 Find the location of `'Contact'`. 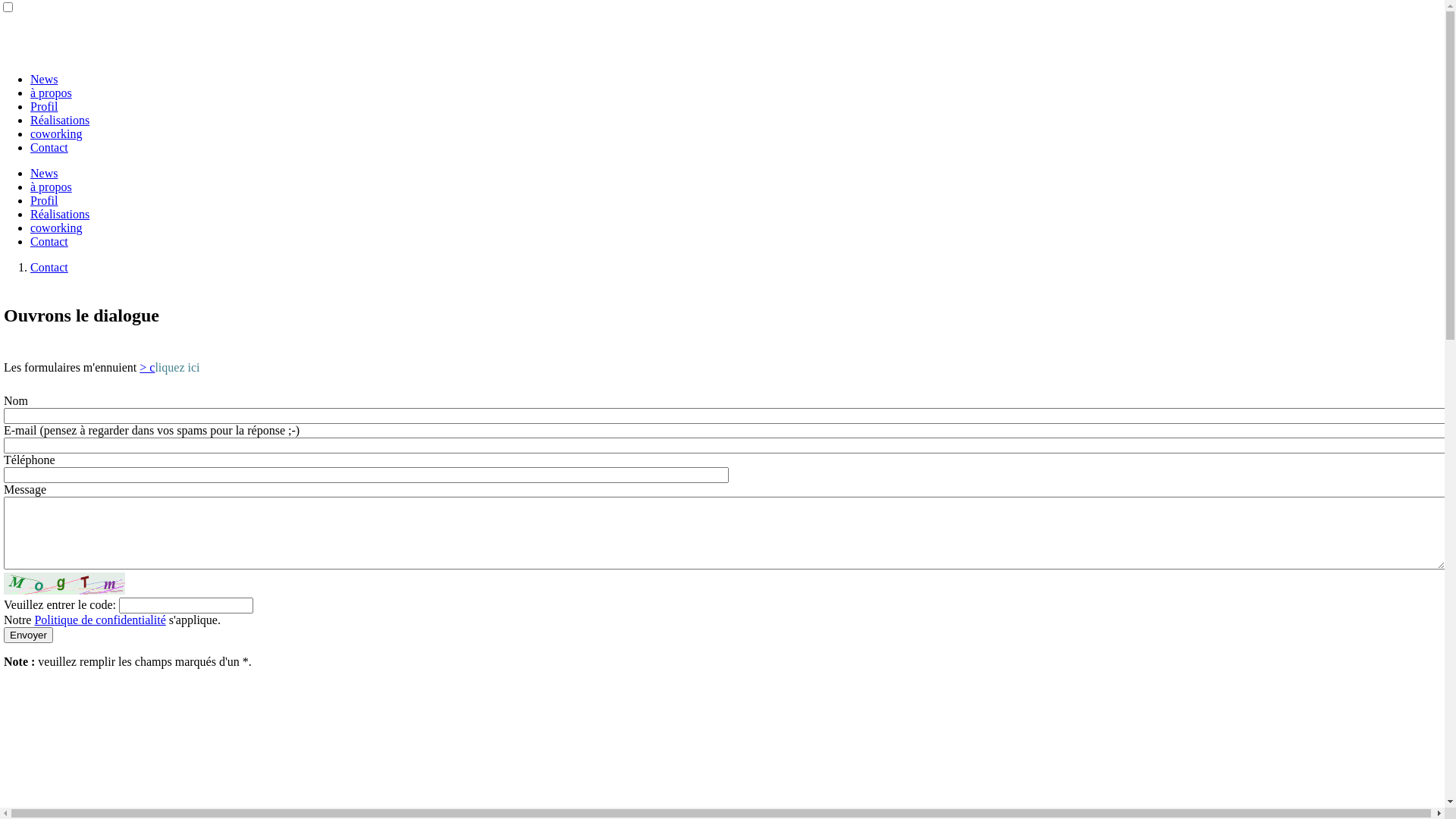

'Contact' is located at coordinates (49, 266).